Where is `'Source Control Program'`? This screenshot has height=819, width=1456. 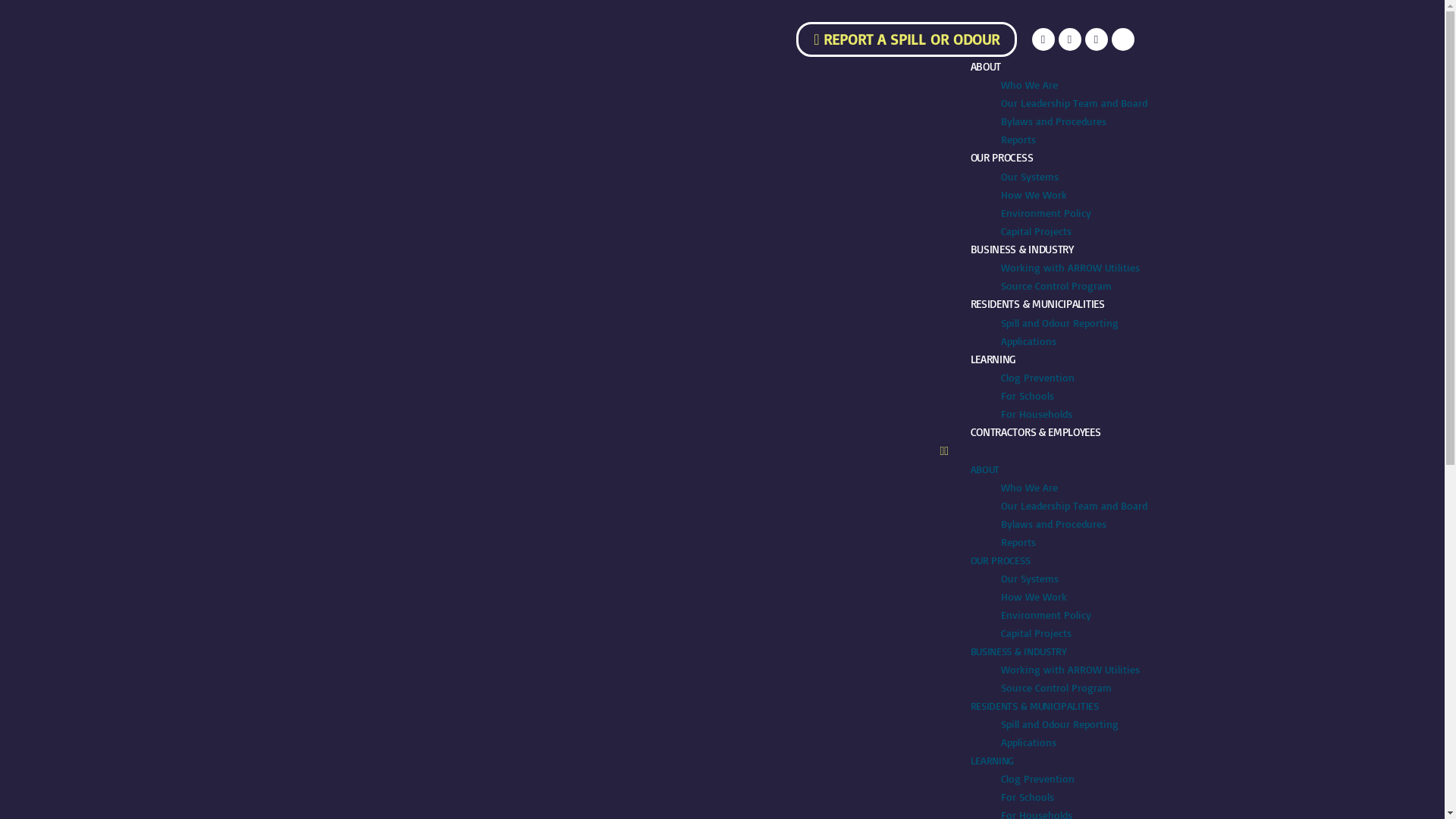
'Source Control Program' is located at coordinates (1055, 285).